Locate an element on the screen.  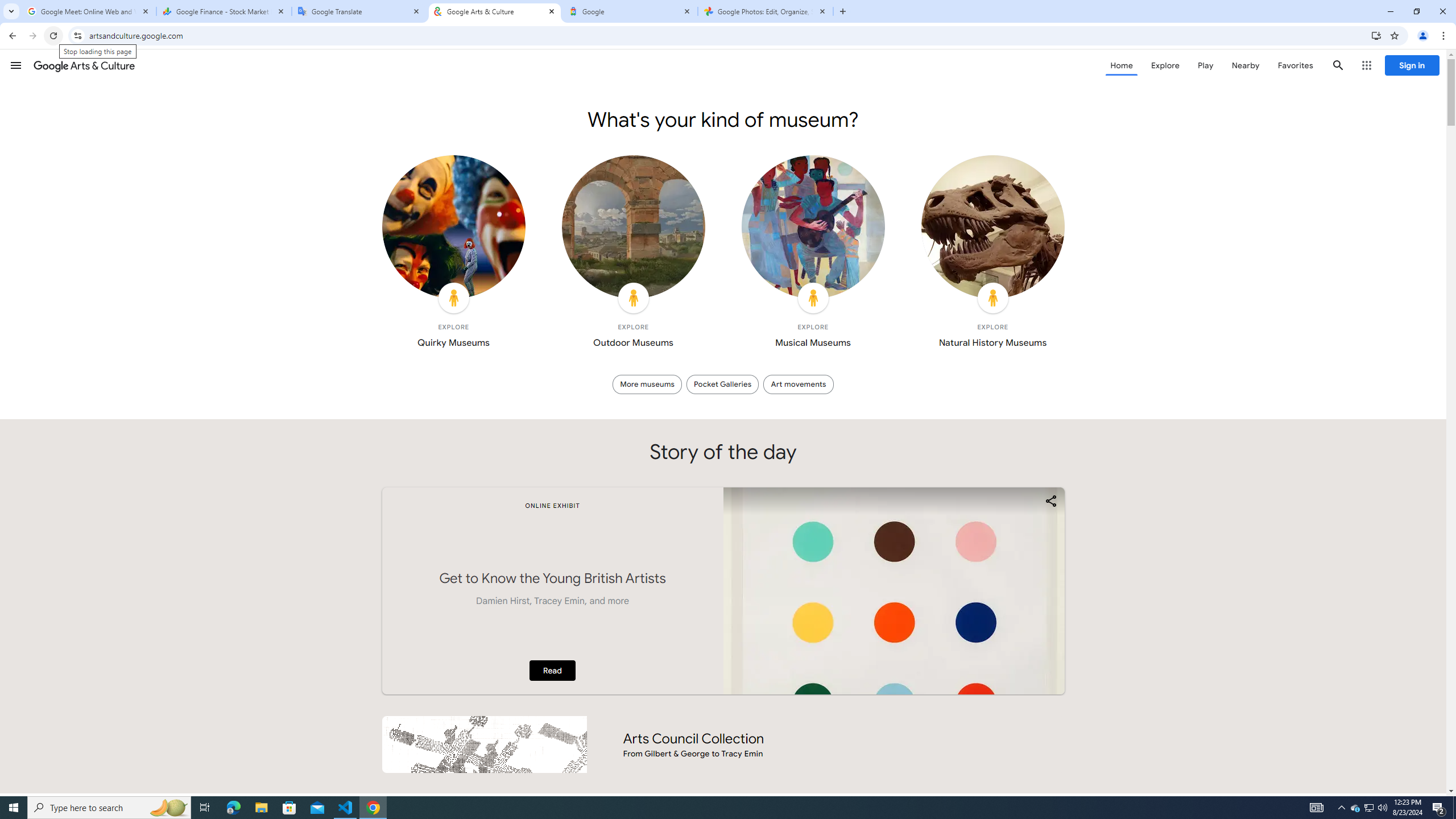
'Home' is located at coordinates (1120, 65).